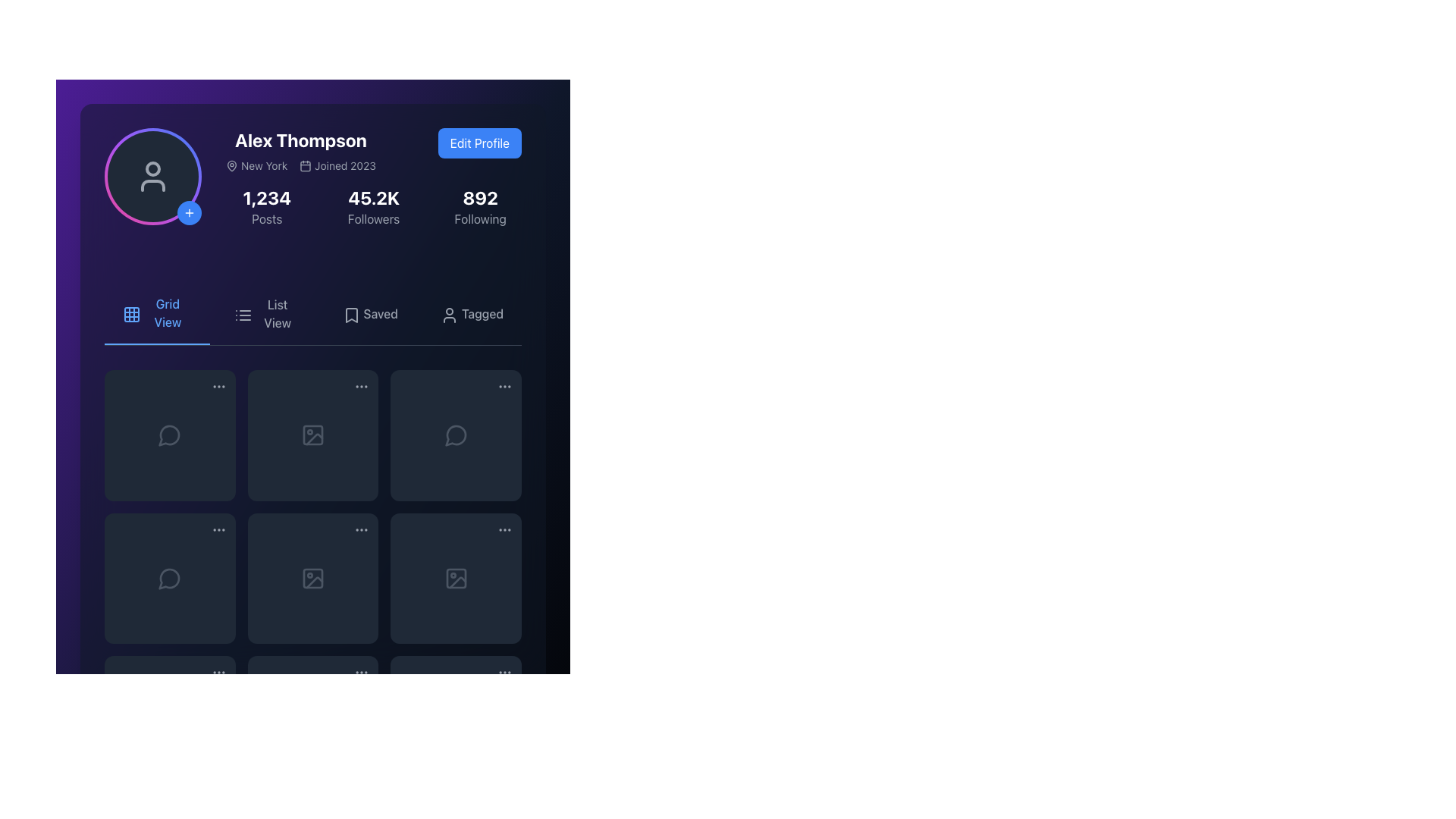 The width and height of the screenshot is (1456, 819). I want to click on the circular button with an ellipsis icon located in the top-right section of the square card, which provides additional options or interactions, so click(361, 673).